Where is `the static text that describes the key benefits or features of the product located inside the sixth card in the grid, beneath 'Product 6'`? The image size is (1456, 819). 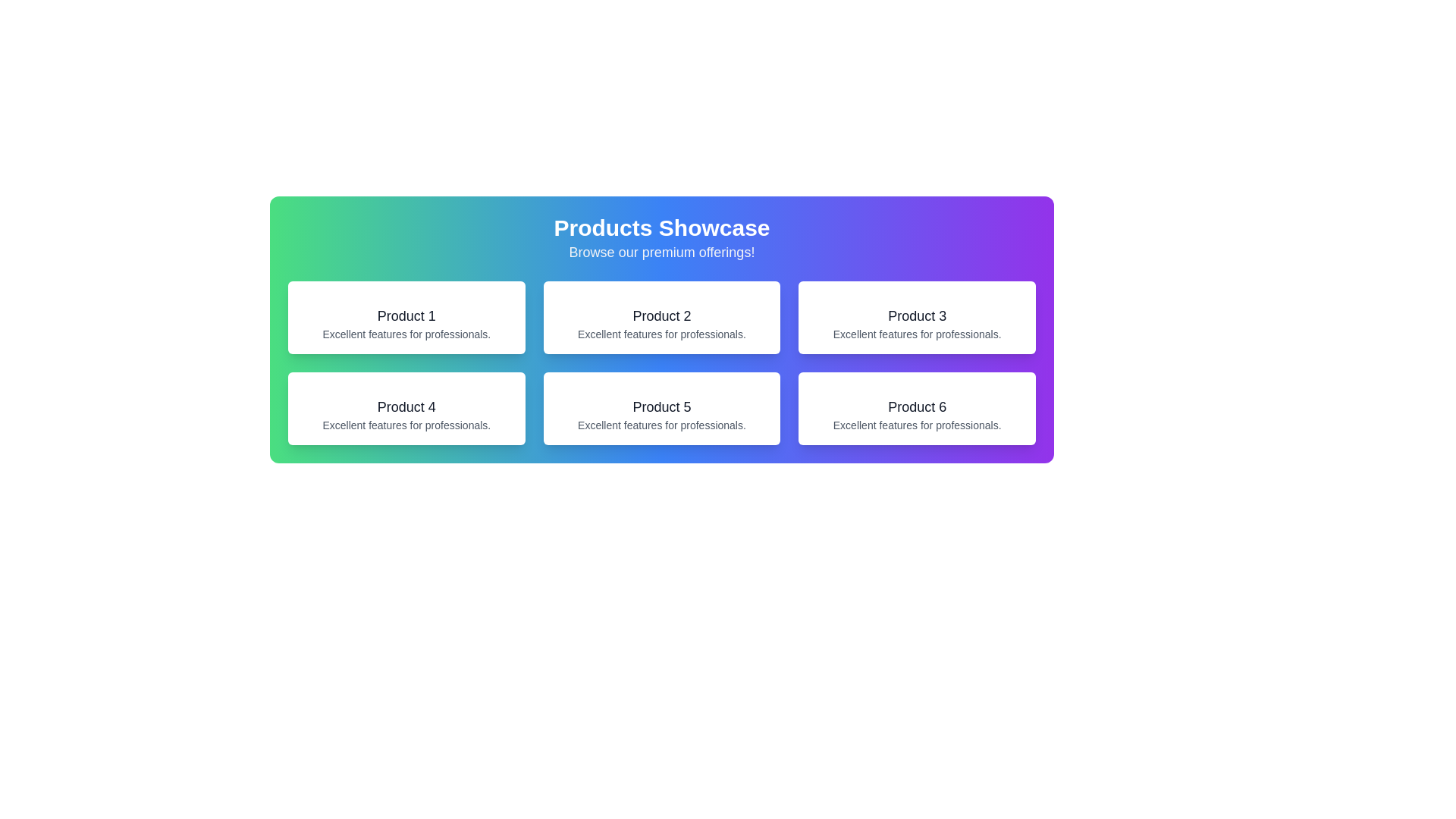
the static text that describes the key benefits or features of the product located inside the sixth card in the grid, beneath 'Product 6' is located at coordinates (916, 425).